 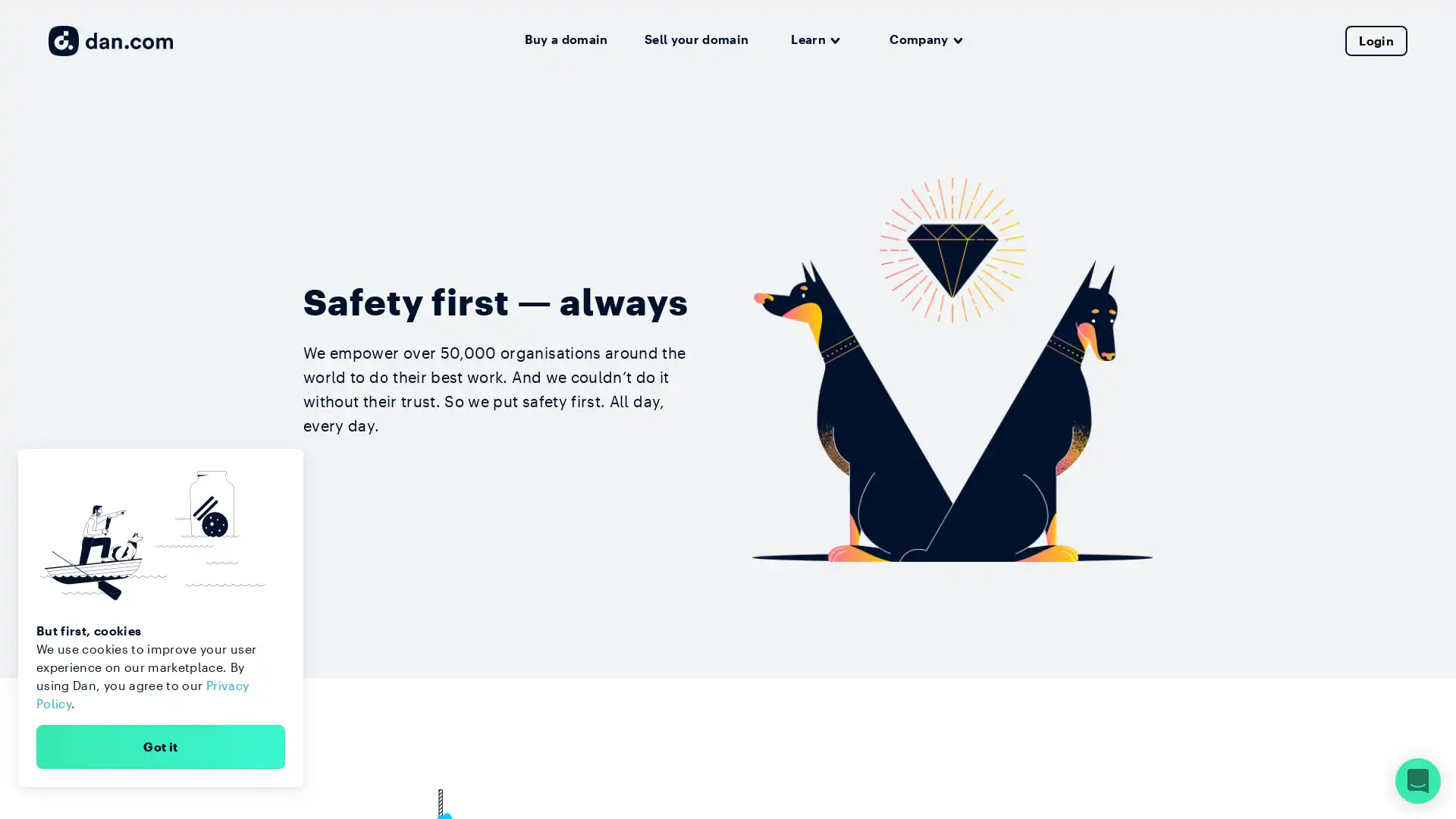 I want to click on Got it, so click(x=160, y=745).